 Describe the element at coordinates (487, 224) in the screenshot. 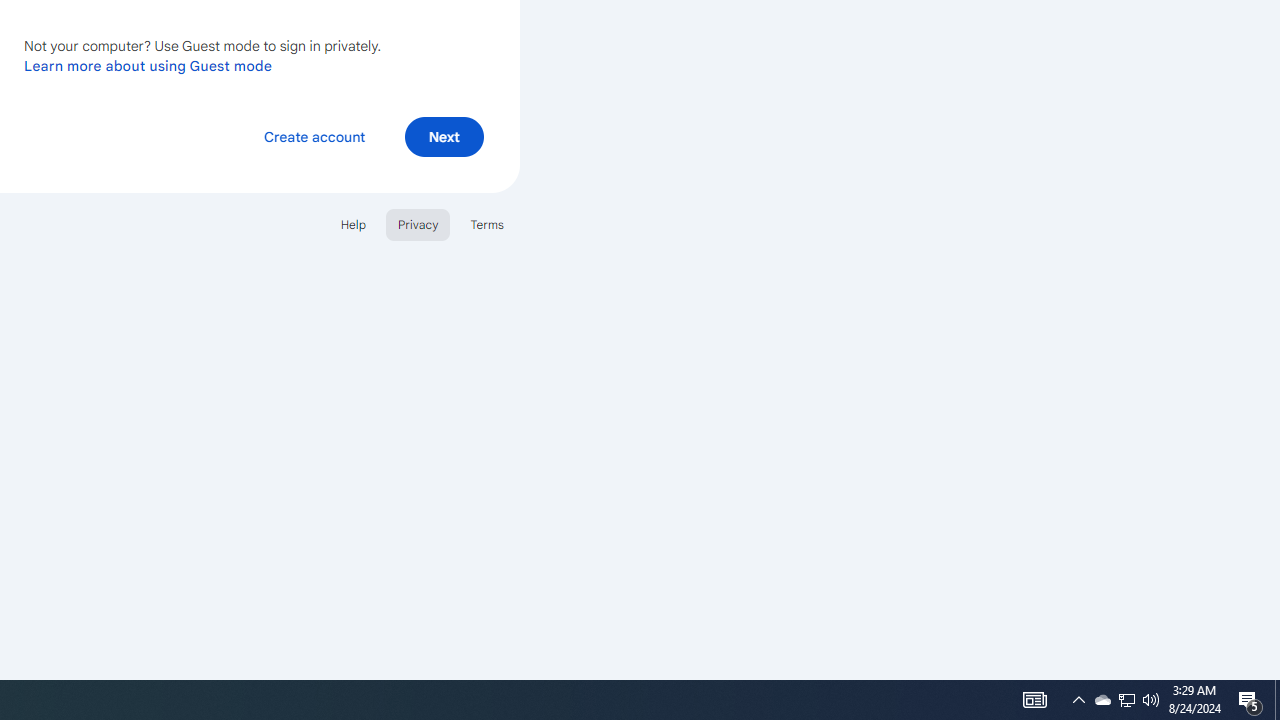

I see `'Terms'` at that location.